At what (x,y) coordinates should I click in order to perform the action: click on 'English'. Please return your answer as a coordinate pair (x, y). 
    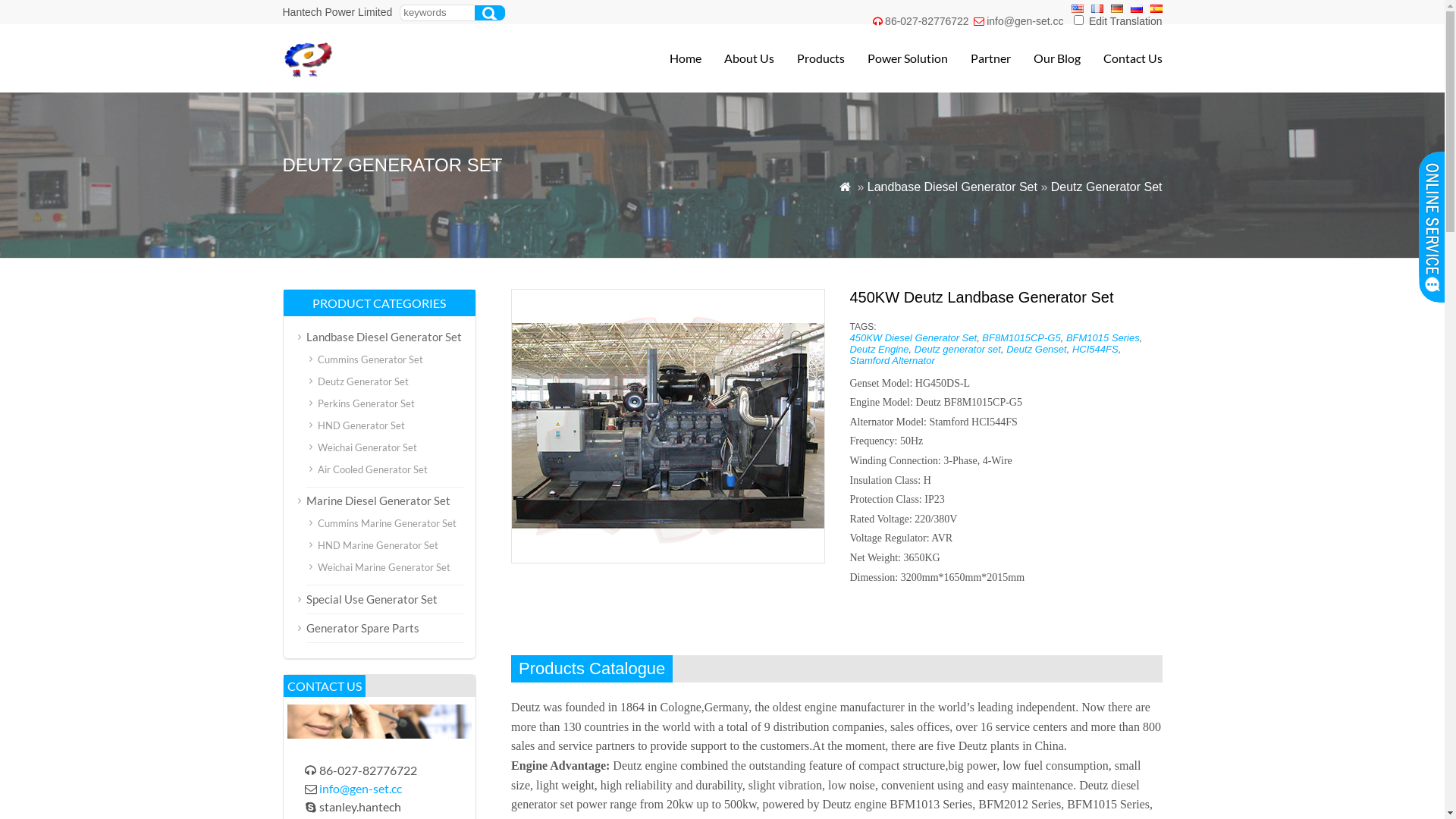
    Looking at the image, I should click on (1076, 8).